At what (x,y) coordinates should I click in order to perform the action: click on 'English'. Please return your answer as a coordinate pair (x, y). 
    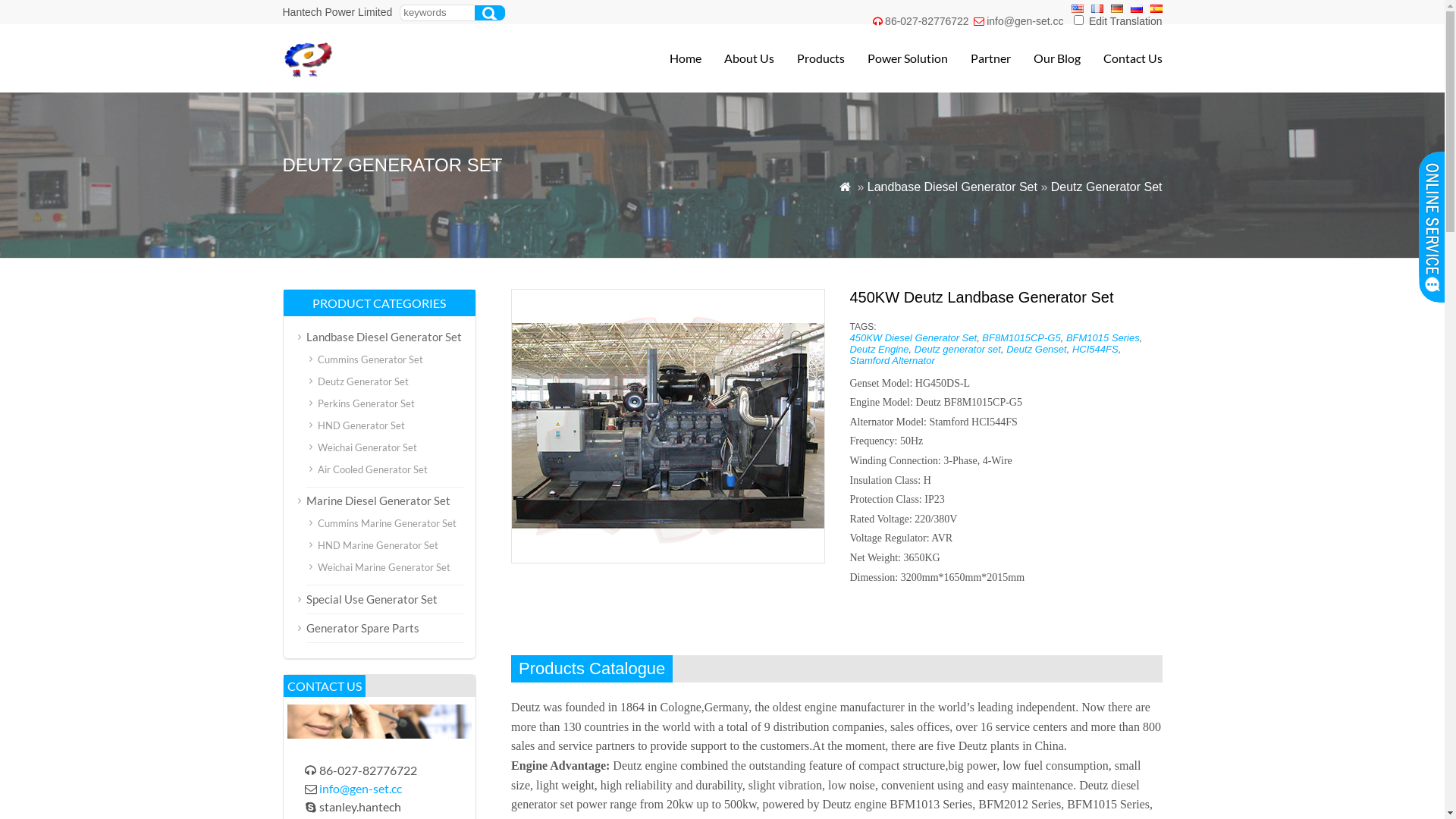
    Looking at the image, I should click on (1076, 8).